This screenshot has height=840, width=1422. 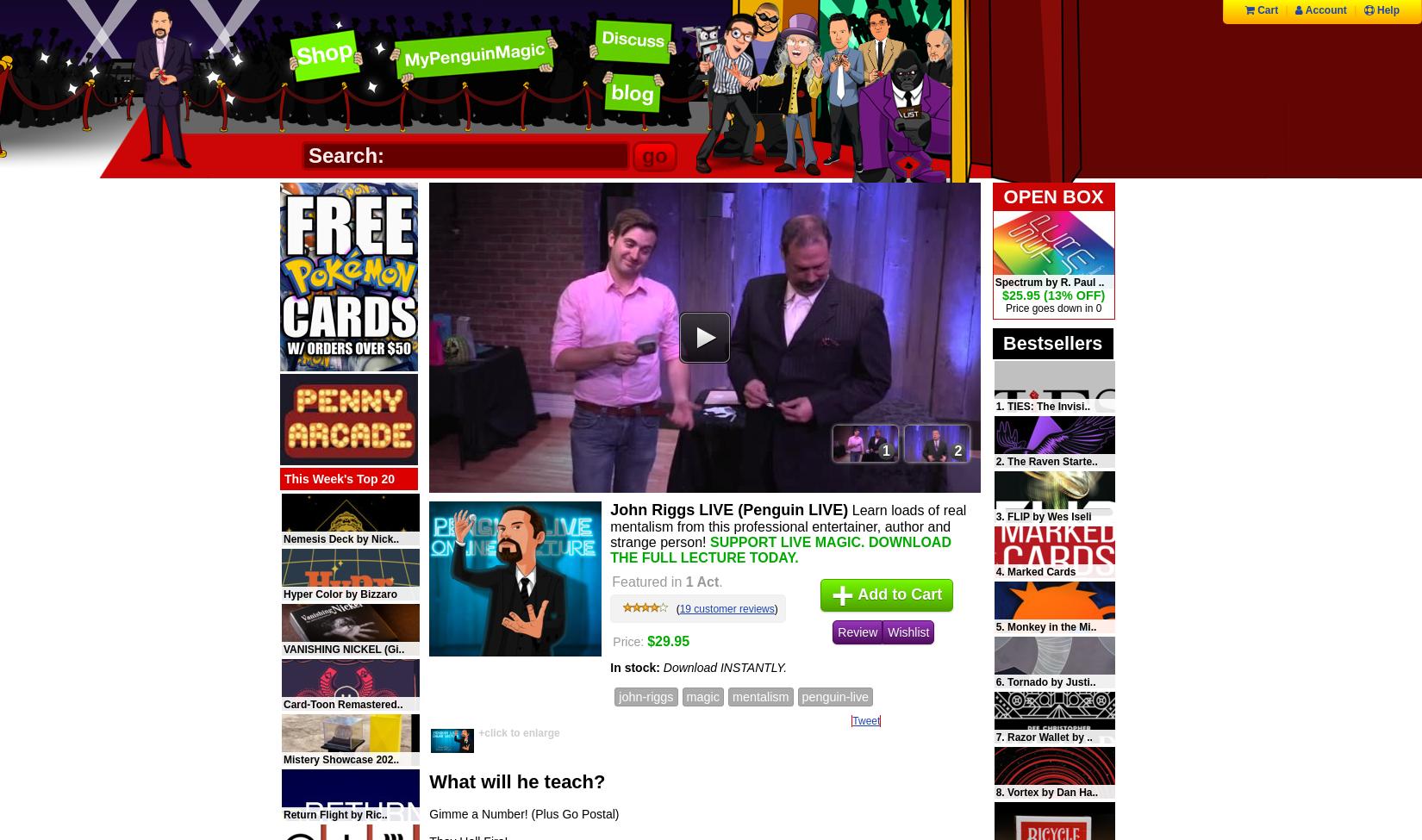 I want to click on 'Wishlist', so click(x=908, y=631).